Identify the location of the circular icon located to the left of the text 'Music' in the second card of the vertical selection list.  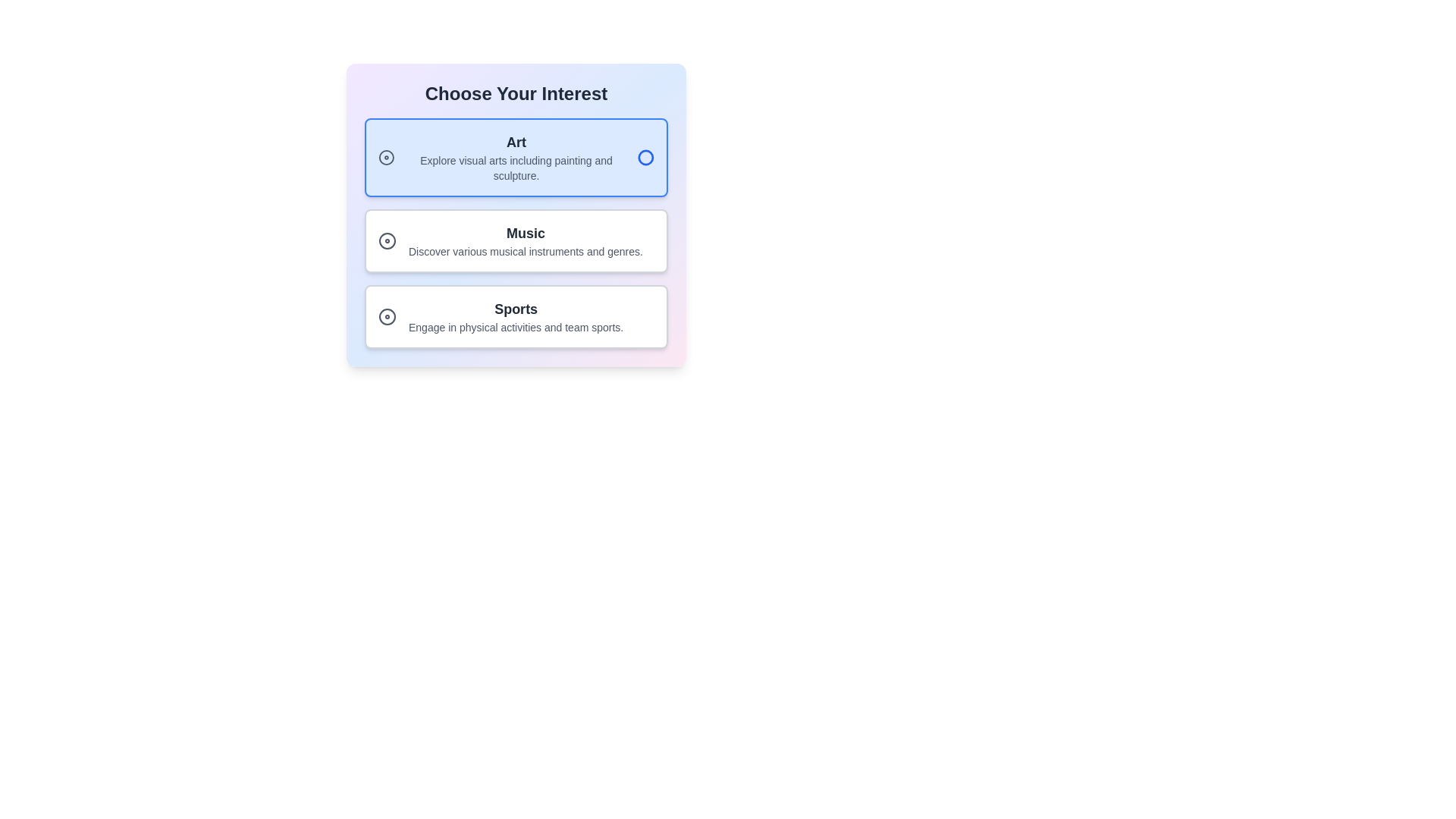
(387, 240).